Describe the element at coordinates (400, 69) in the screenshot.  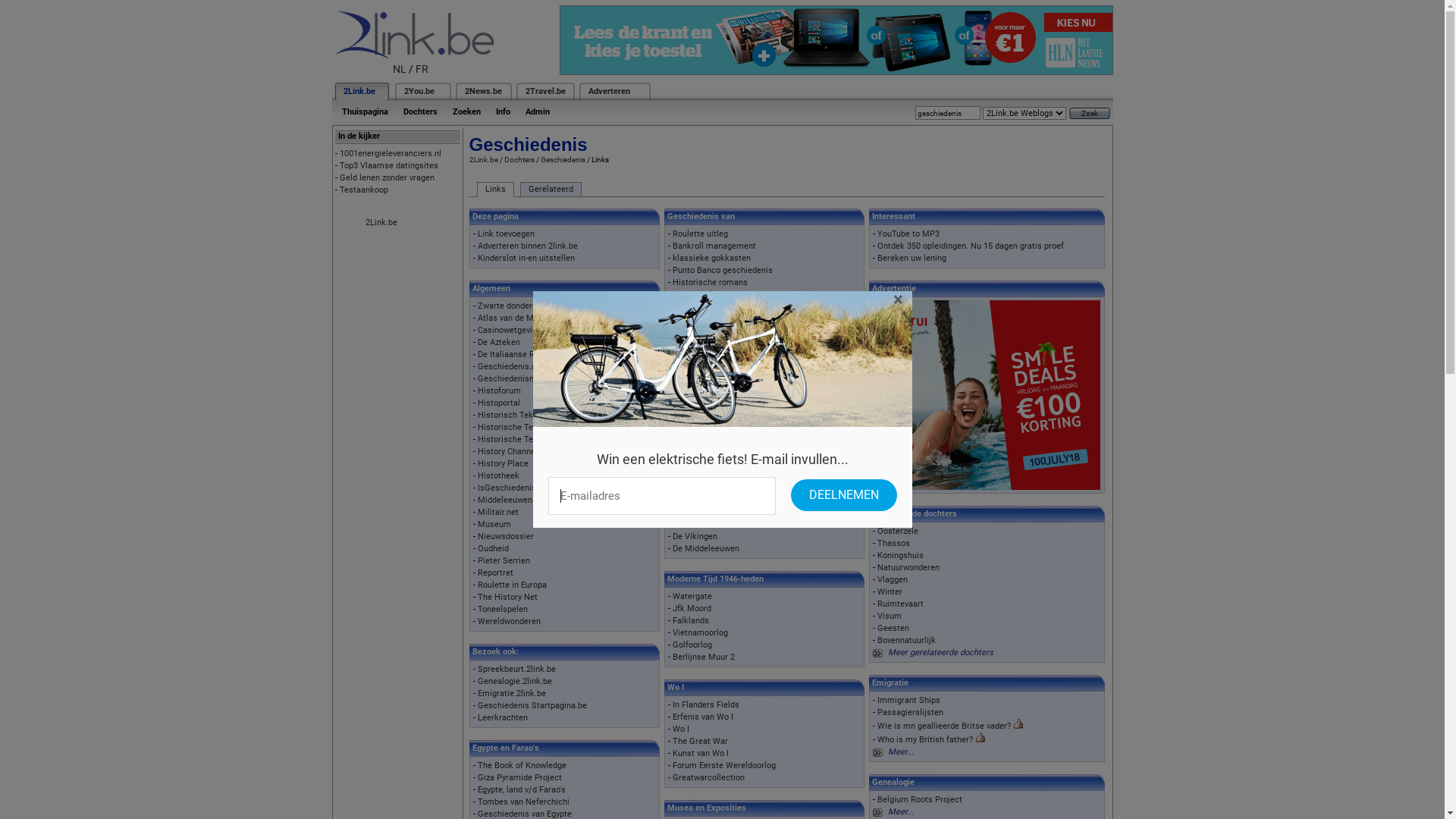
I see `'NL'` at that location.